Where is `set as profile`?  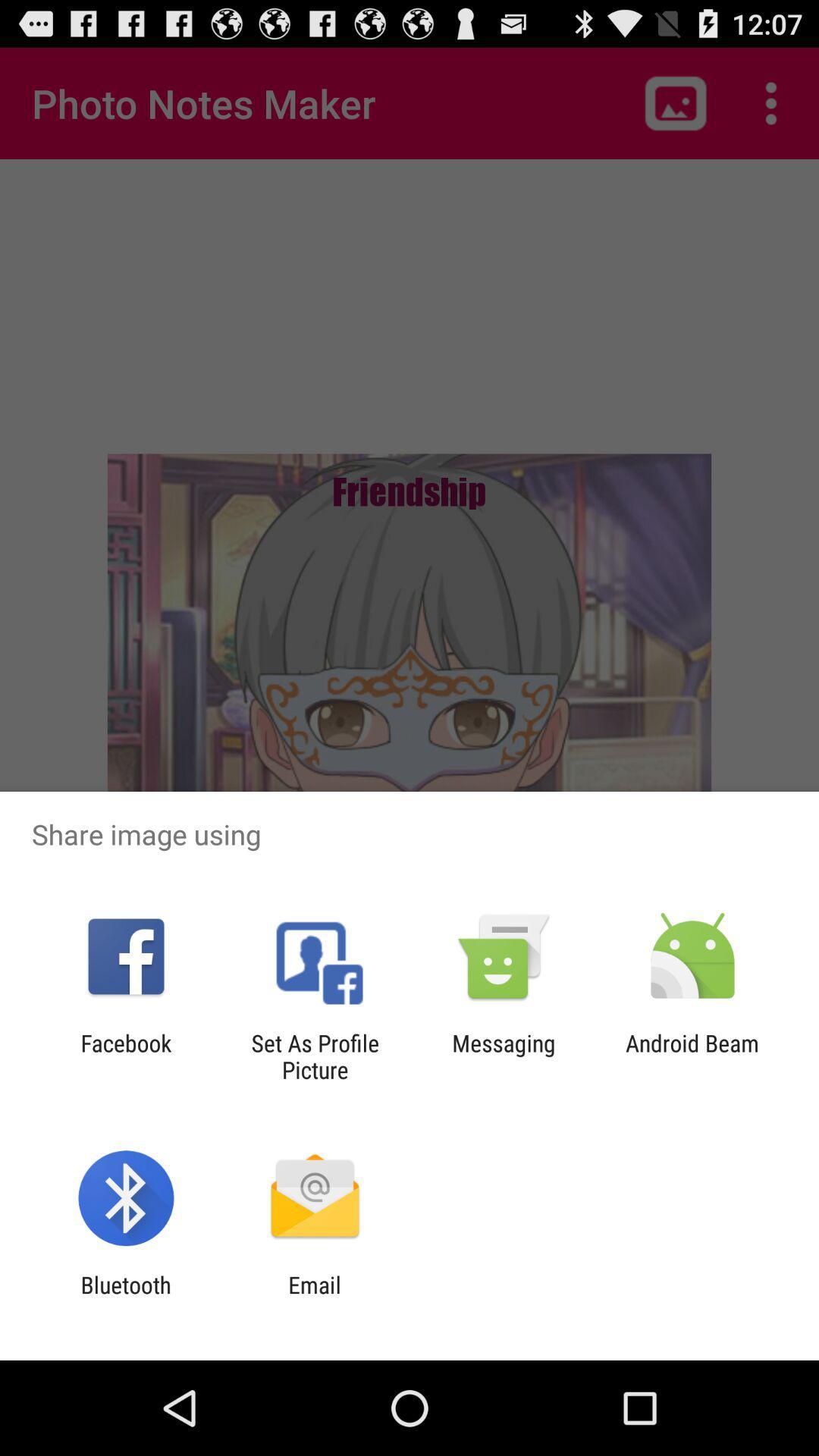
set as profile is located at coordinates (314, 1056).